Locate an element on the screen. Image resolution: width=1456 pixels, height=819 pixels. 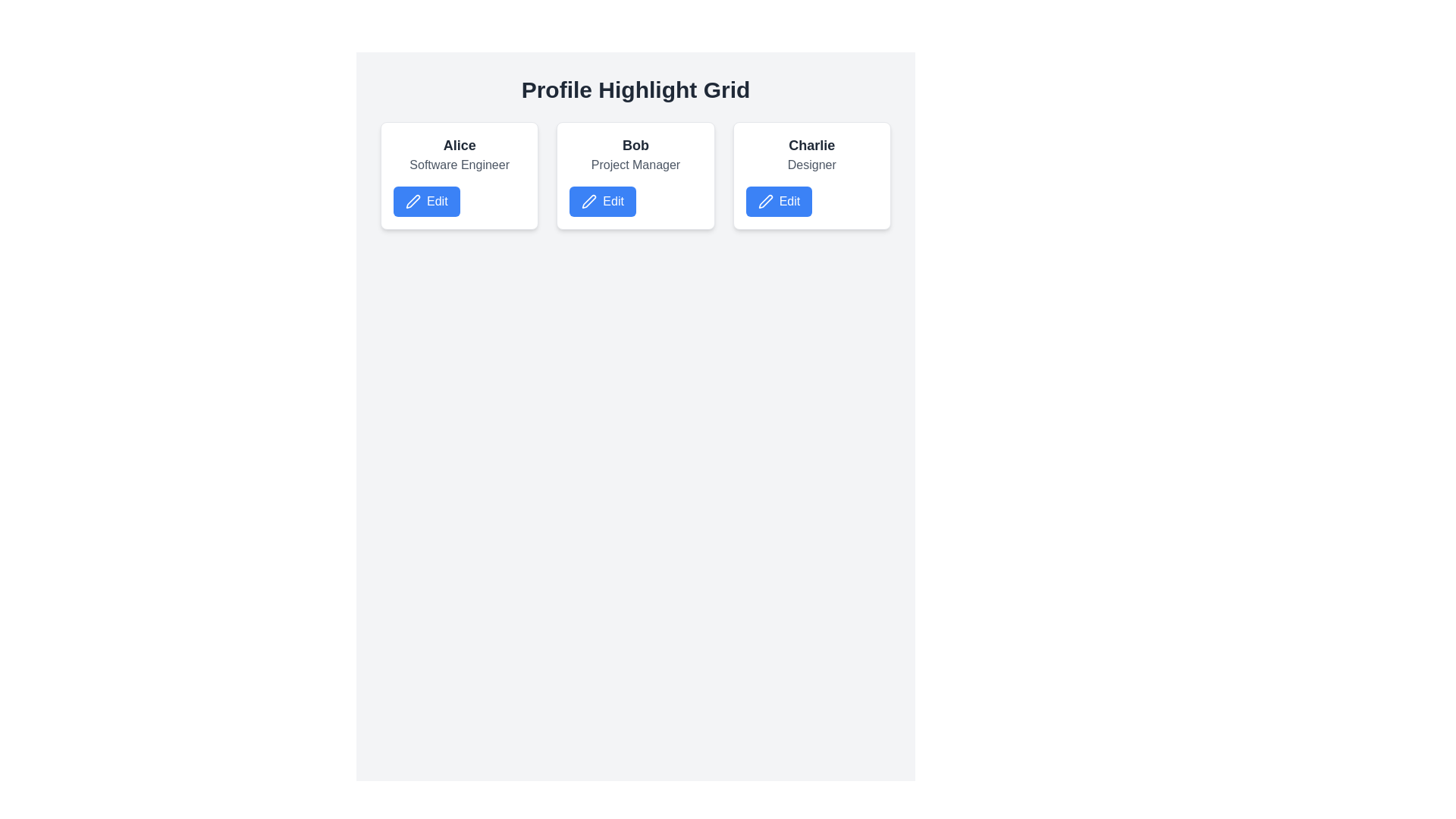
the bold, large-sized text displaying the name 'Bob' at the top-center of the profile card is located at coordinates (635, 146).